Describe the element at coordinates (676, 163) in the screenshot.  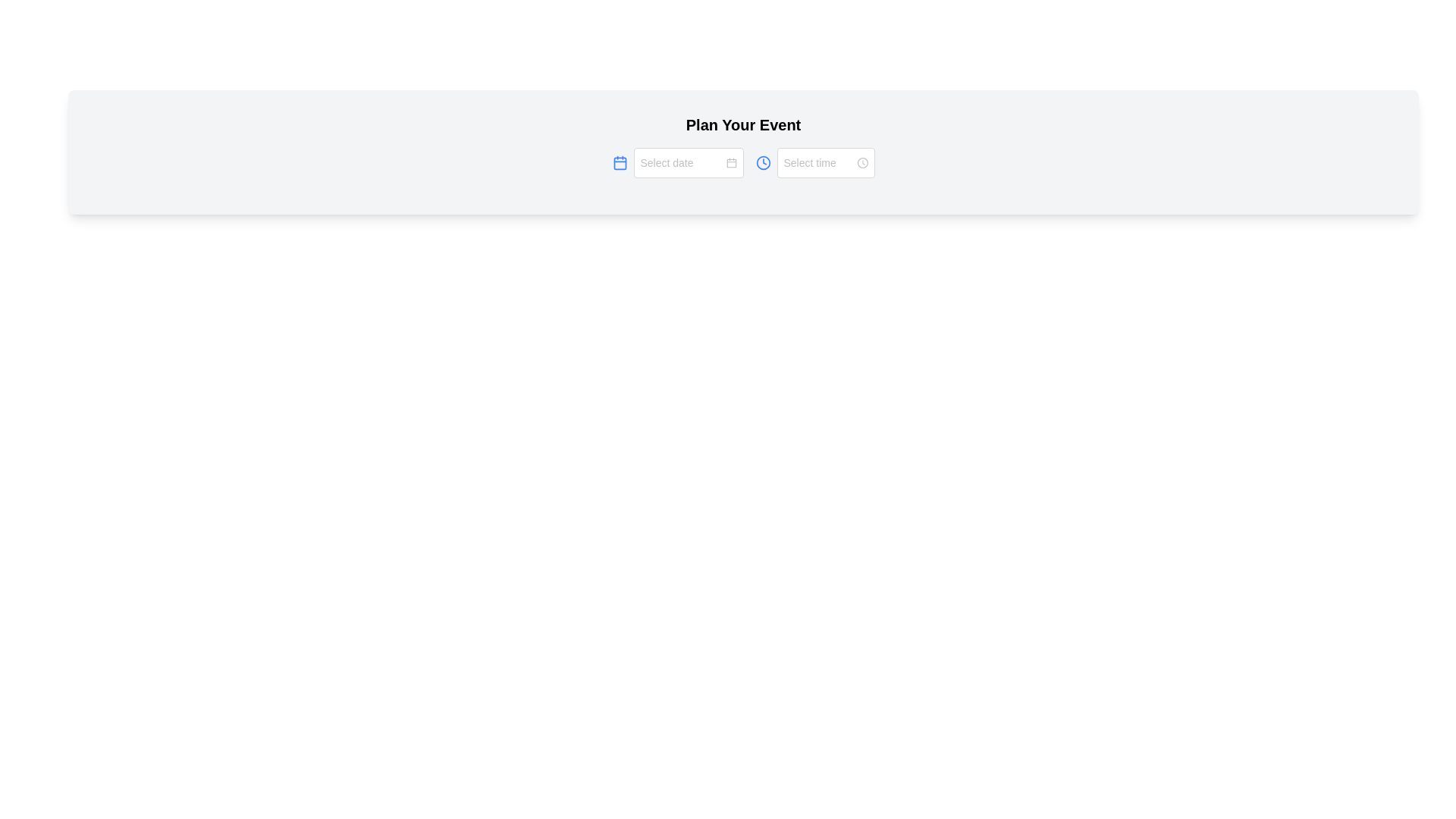
I see `the Date Picker Input located on the left side of the horizontal arrangement, which features a text input with the placeholder 'Select date'` at that location.